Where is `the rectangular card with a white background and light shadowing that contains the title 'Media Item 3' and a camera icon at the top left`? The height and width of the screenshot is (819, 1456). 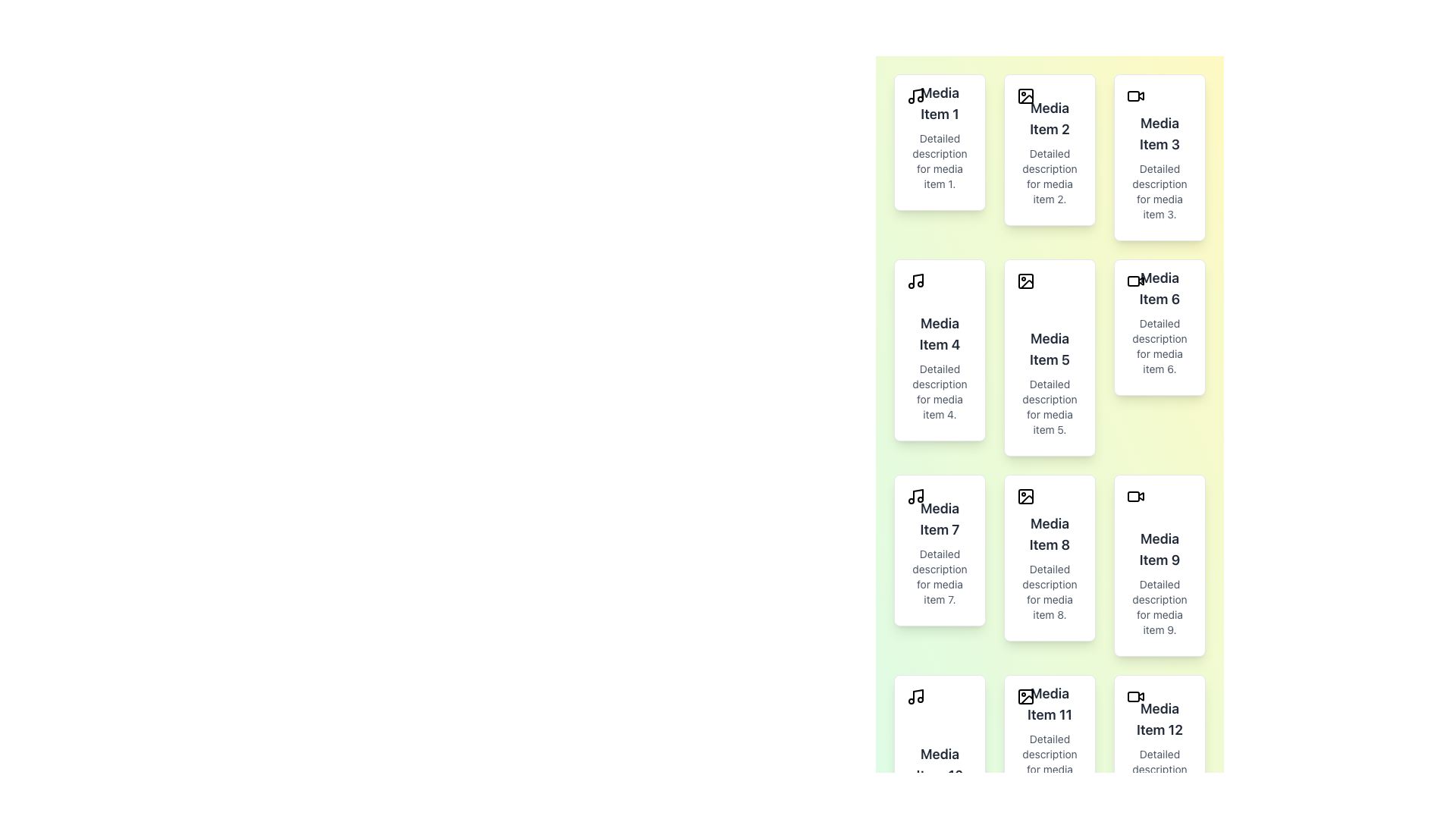
the rectangular card with a white background and light shadowing that contains the title 'Media Item 3' and a camera icon at the top left is located at coordinates (1159, 158).